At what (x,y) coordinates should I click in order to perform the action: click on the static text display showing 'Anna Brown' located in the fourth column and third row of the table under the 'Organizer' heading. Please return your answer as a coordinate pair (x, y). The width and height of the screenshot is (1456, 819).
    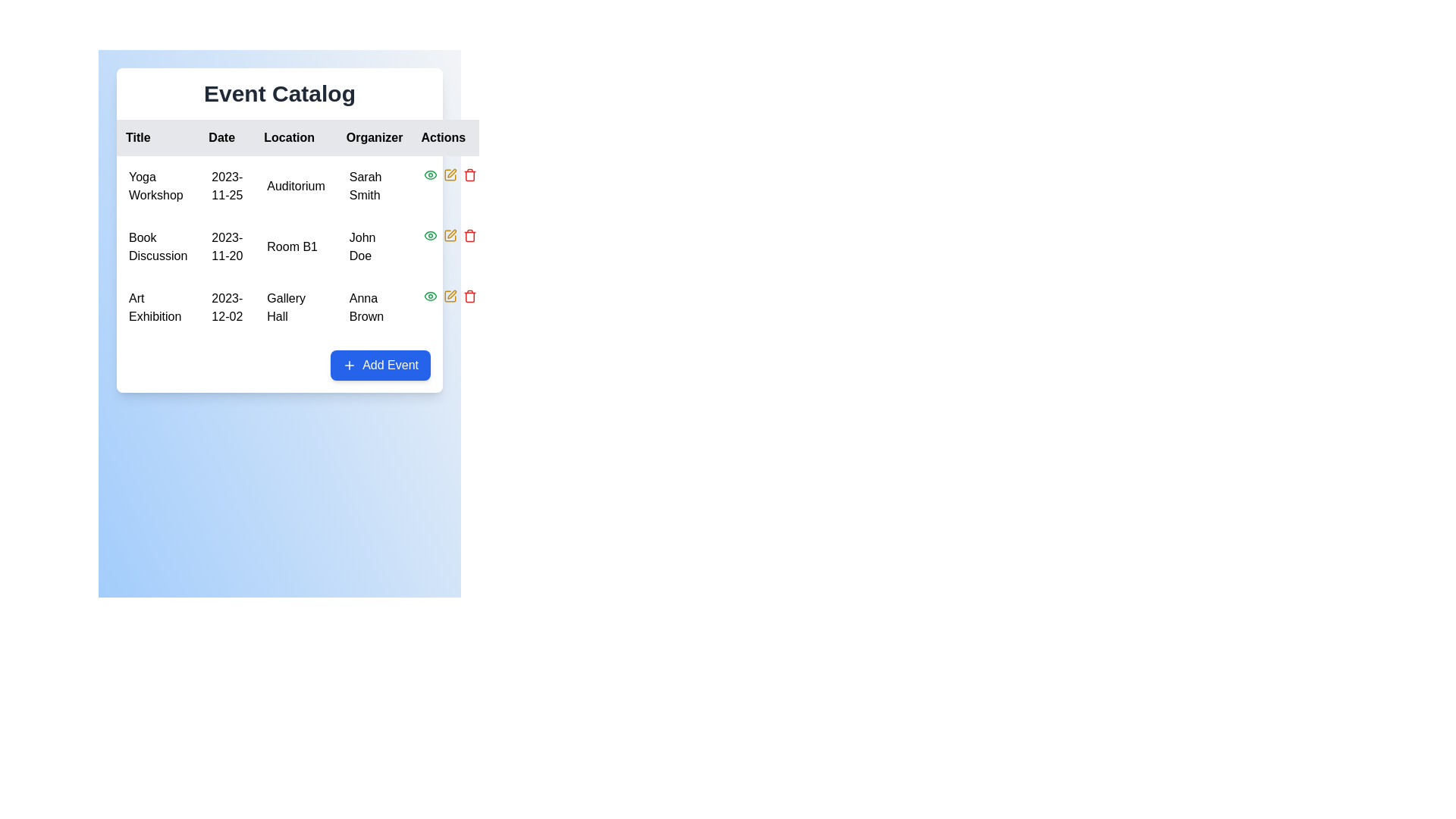
    Looking at the image, I should click on (375, 307).